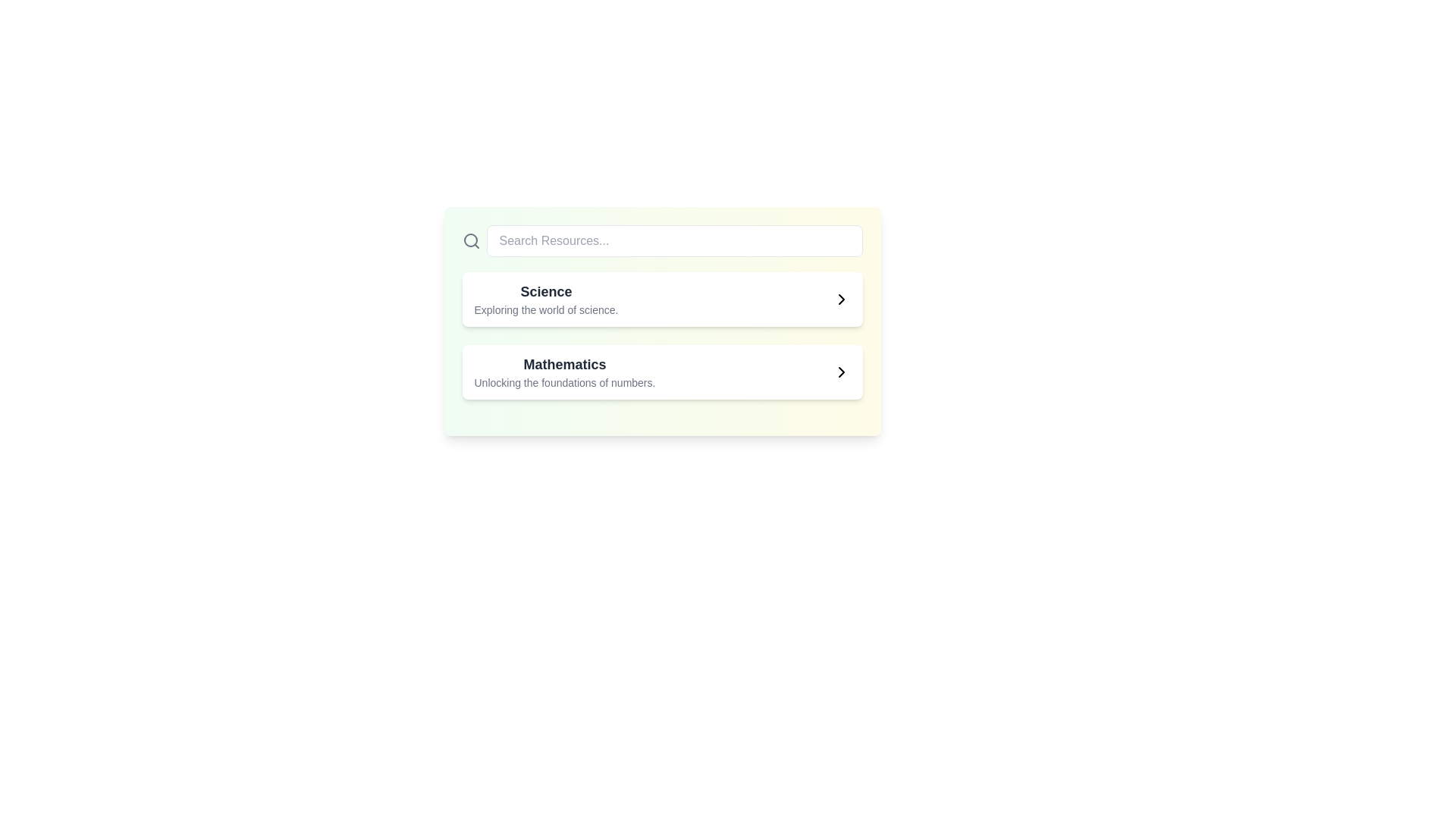 This screenshot has height=819, width=1456. I want to click on the right-pointing chevron icon located in the top-right corner of the 'Science' card, so click(840, 299).